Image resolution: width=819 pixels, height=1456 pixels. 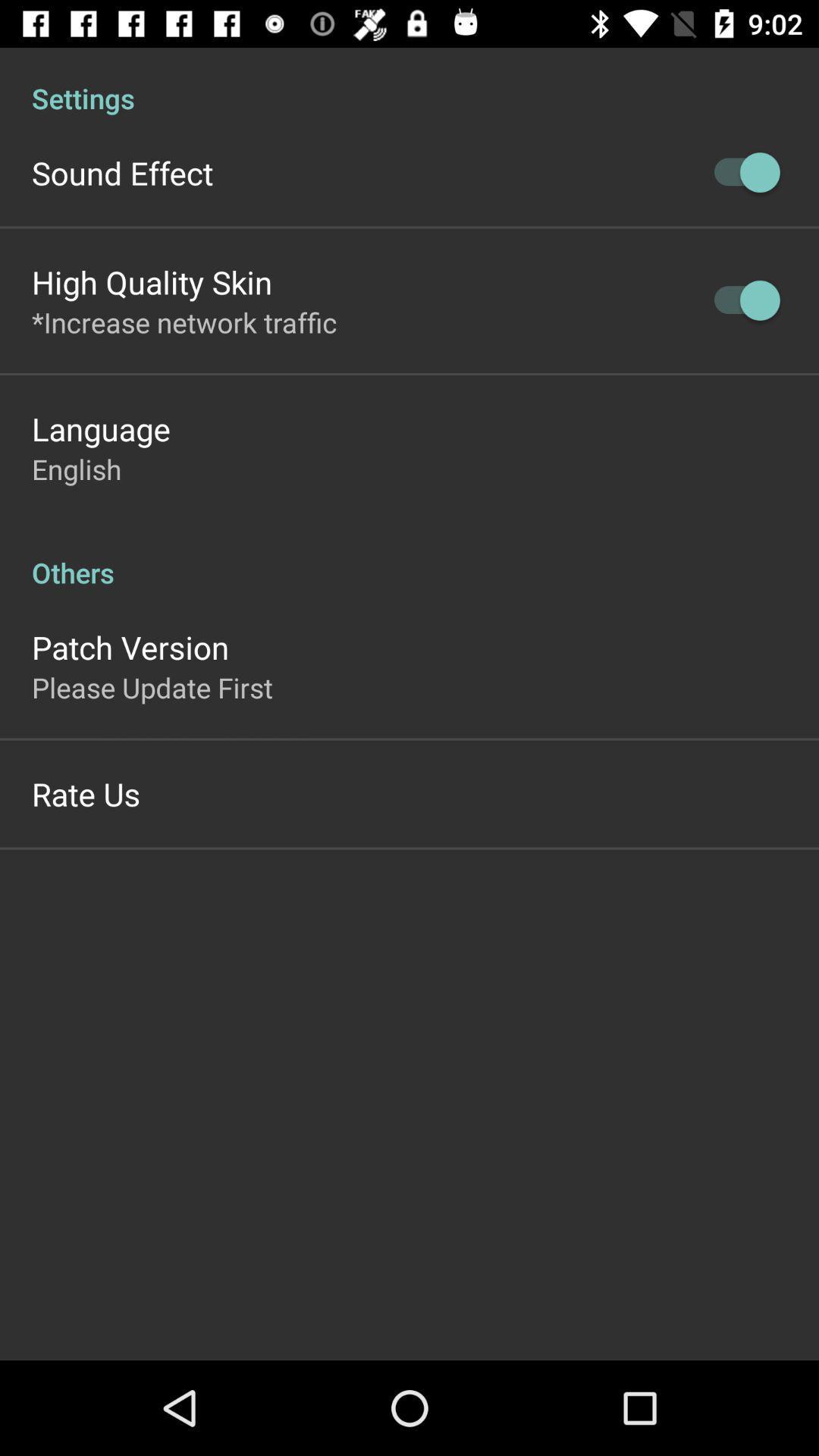 What do you see at coordinates (130, 647) in the screenshot?
I see `the patch version item` at bounding box center [130, 647].